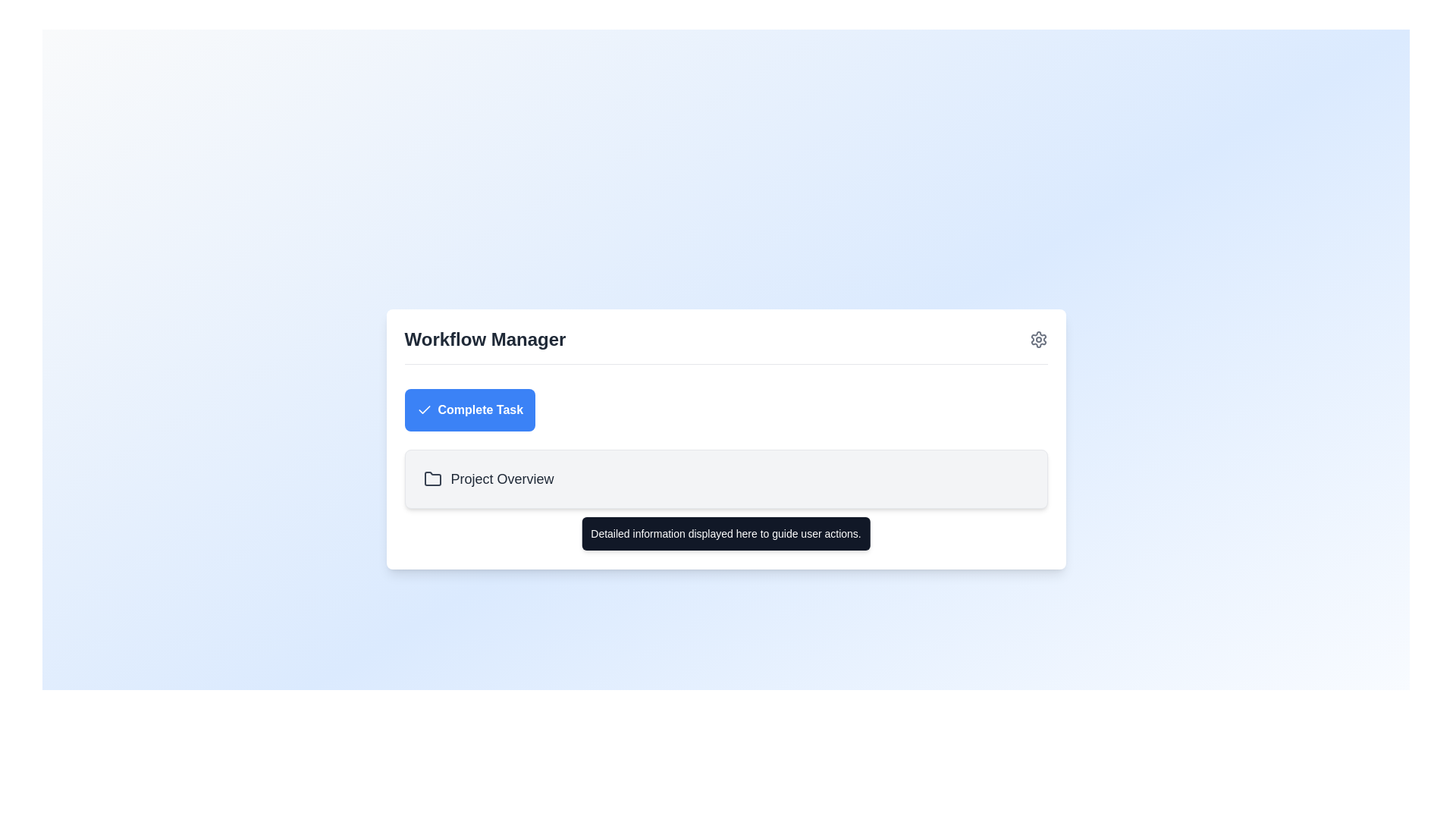 Image resolution: width=1456 pixels, height=819 pixels. What do you see at coordinates (431, 479) in the screenshot?
I see `the folder icon that visually represents a file or project category, which is located at the beginning of the row containing the text 'Project Overview'` at bounding box center [431, 479].